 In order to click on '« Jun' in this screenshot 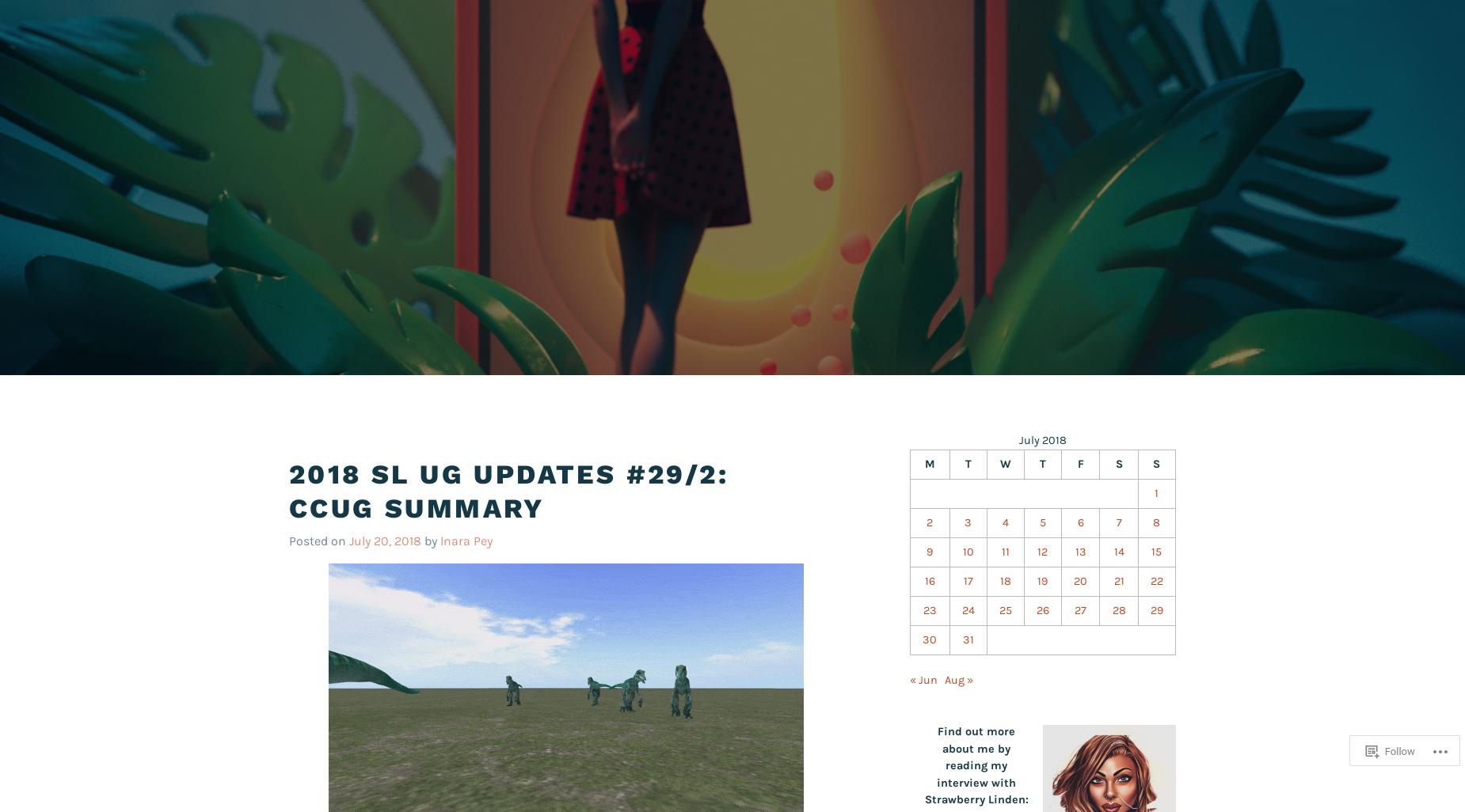, I will do `click(923, 680)`.